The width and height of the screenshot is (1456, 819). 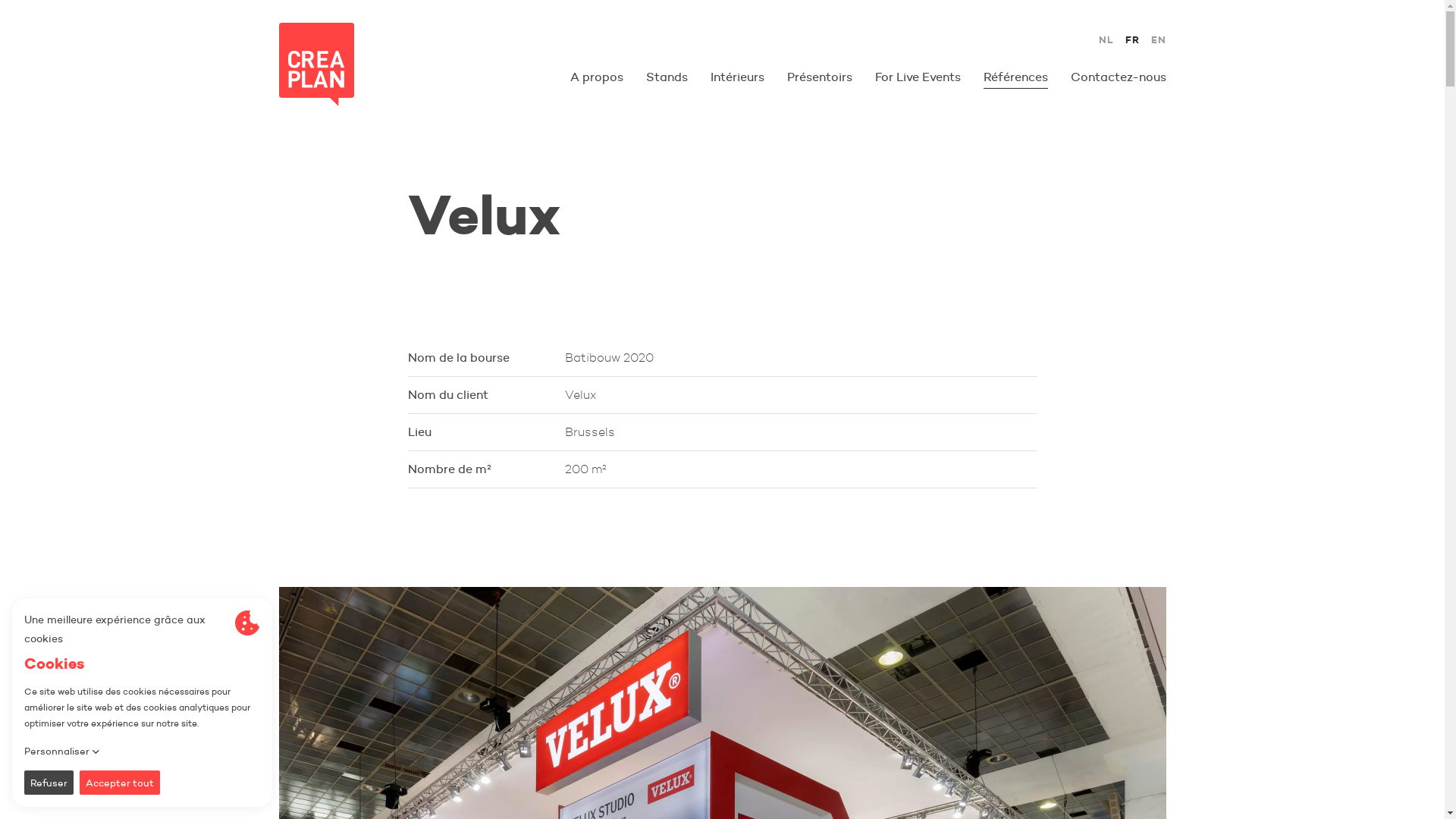 I want to click on 'FR', so click(x=1125, y=39).